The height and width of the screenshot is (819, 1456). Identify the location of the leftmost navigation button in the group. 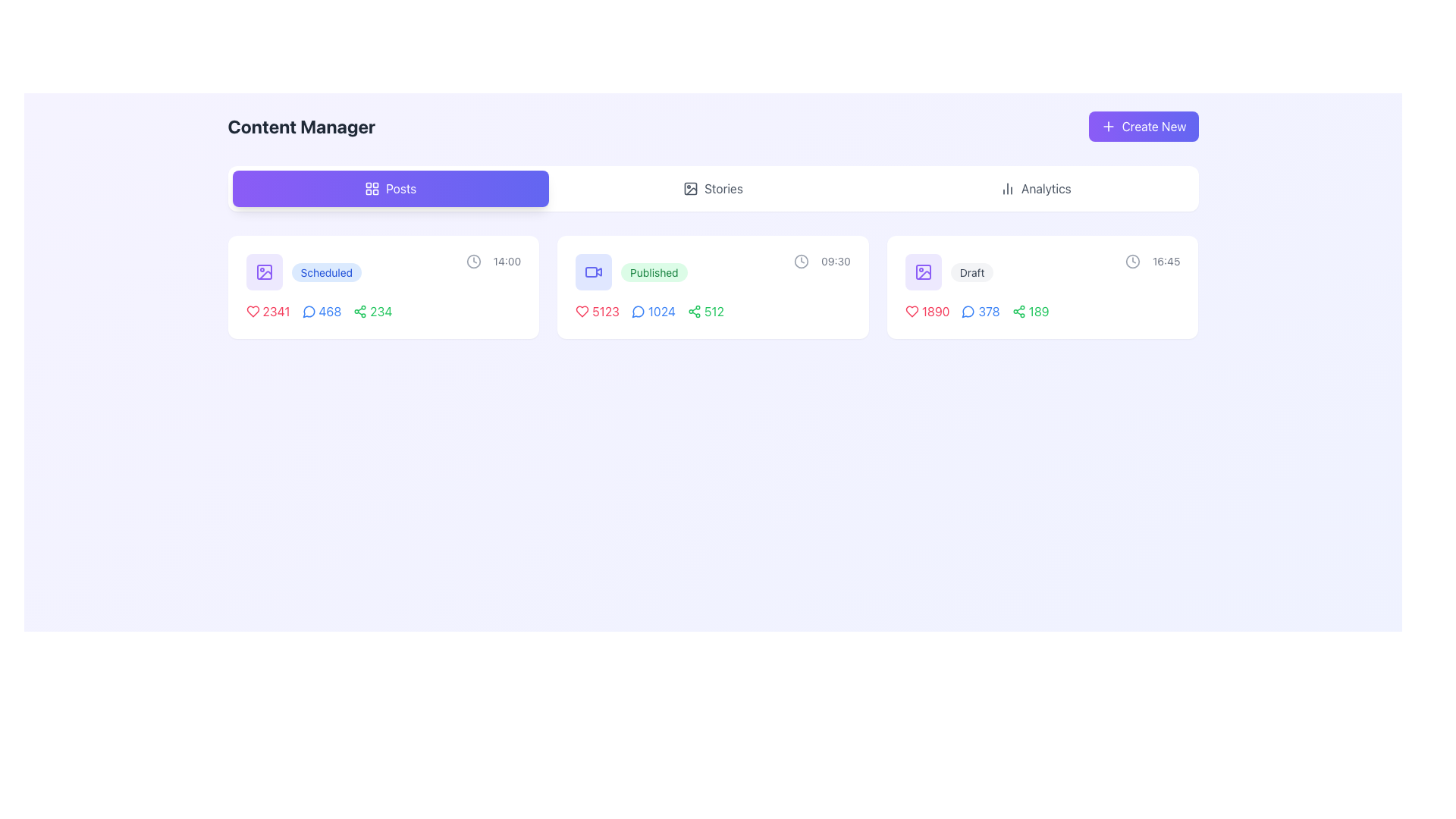
(391, 188).